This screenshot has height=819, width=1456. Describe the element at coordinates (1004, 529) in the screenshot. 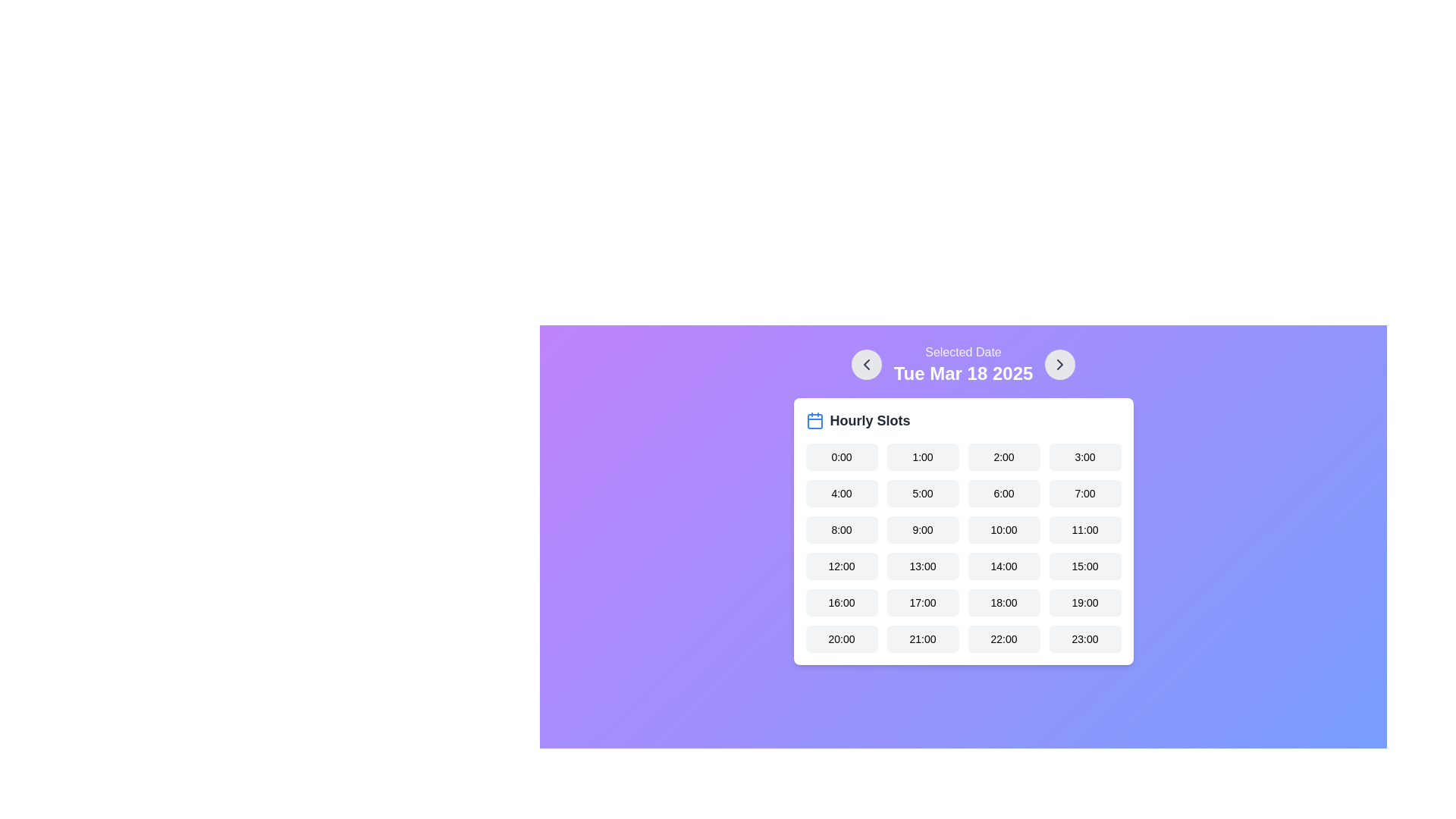

I see `the button labeled '10:00' in the Hourly Slots section` at that location.